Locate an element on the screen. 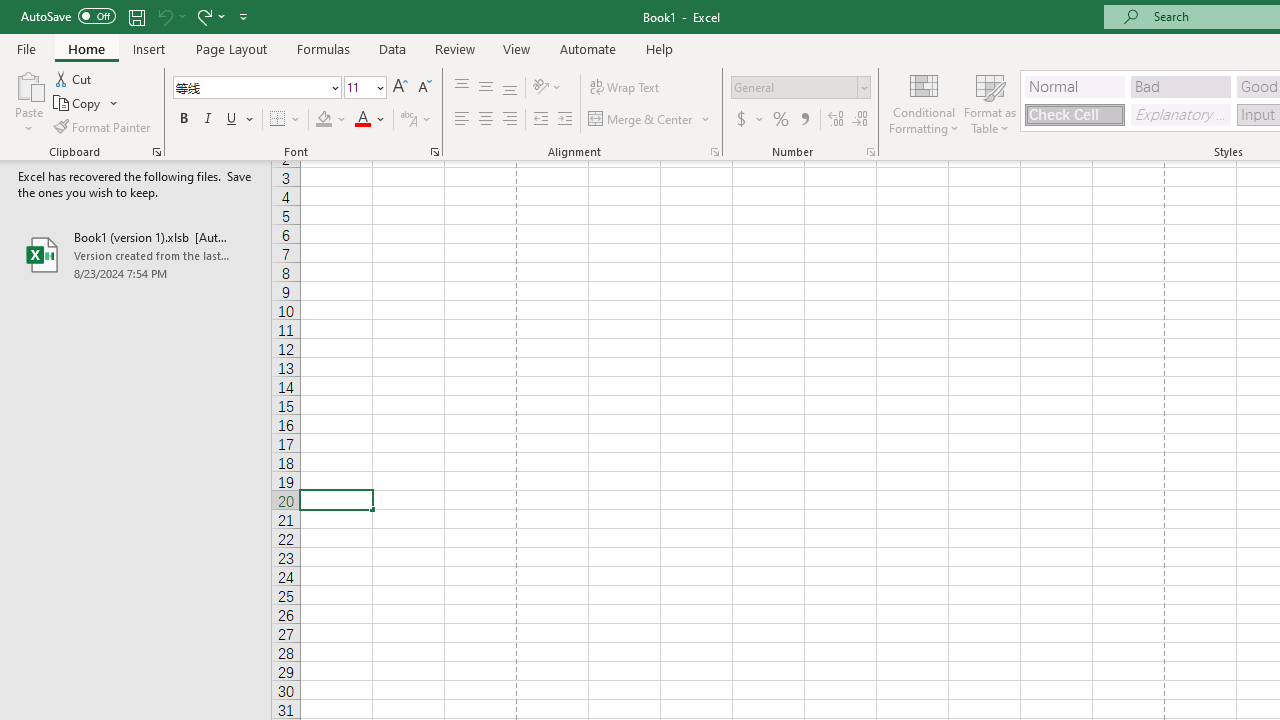 The width and height of the screenshot is (1280, 720). 'Redo' is located at coordinates (203, 16).